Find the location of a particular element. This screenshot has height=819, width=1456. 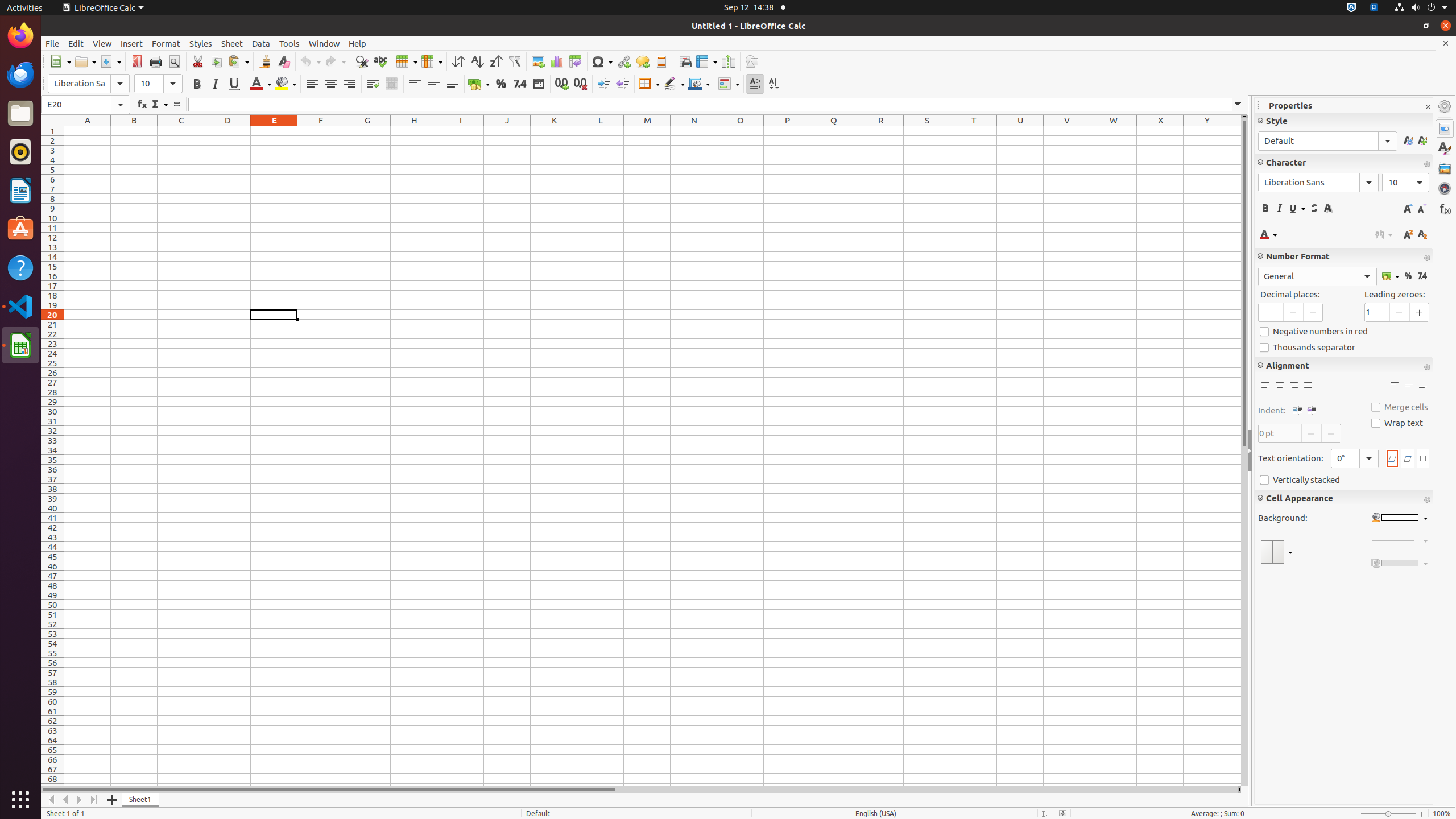

'Sheet' is located at coordinates (231, 43).